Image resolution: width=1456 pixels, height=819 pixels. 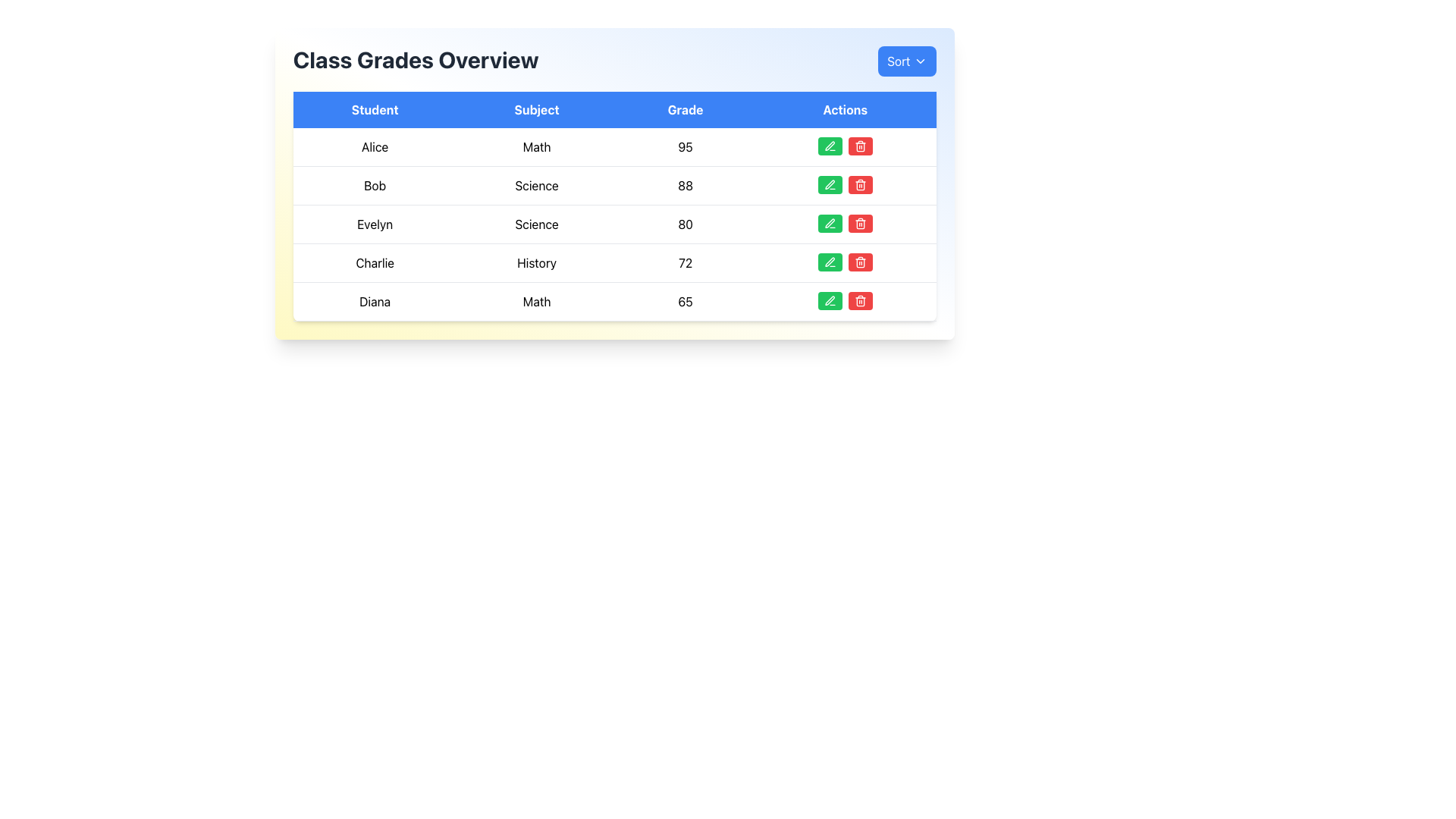 What do you see at coordinates (537, 262) in the screenshot?
I see `the static text field labeled 'History' in the fourth row of the table, specifically in the 'Subject' column, which is adjacent to 'Charlie' in the 'Student' column` at bounding box center [537, 262].